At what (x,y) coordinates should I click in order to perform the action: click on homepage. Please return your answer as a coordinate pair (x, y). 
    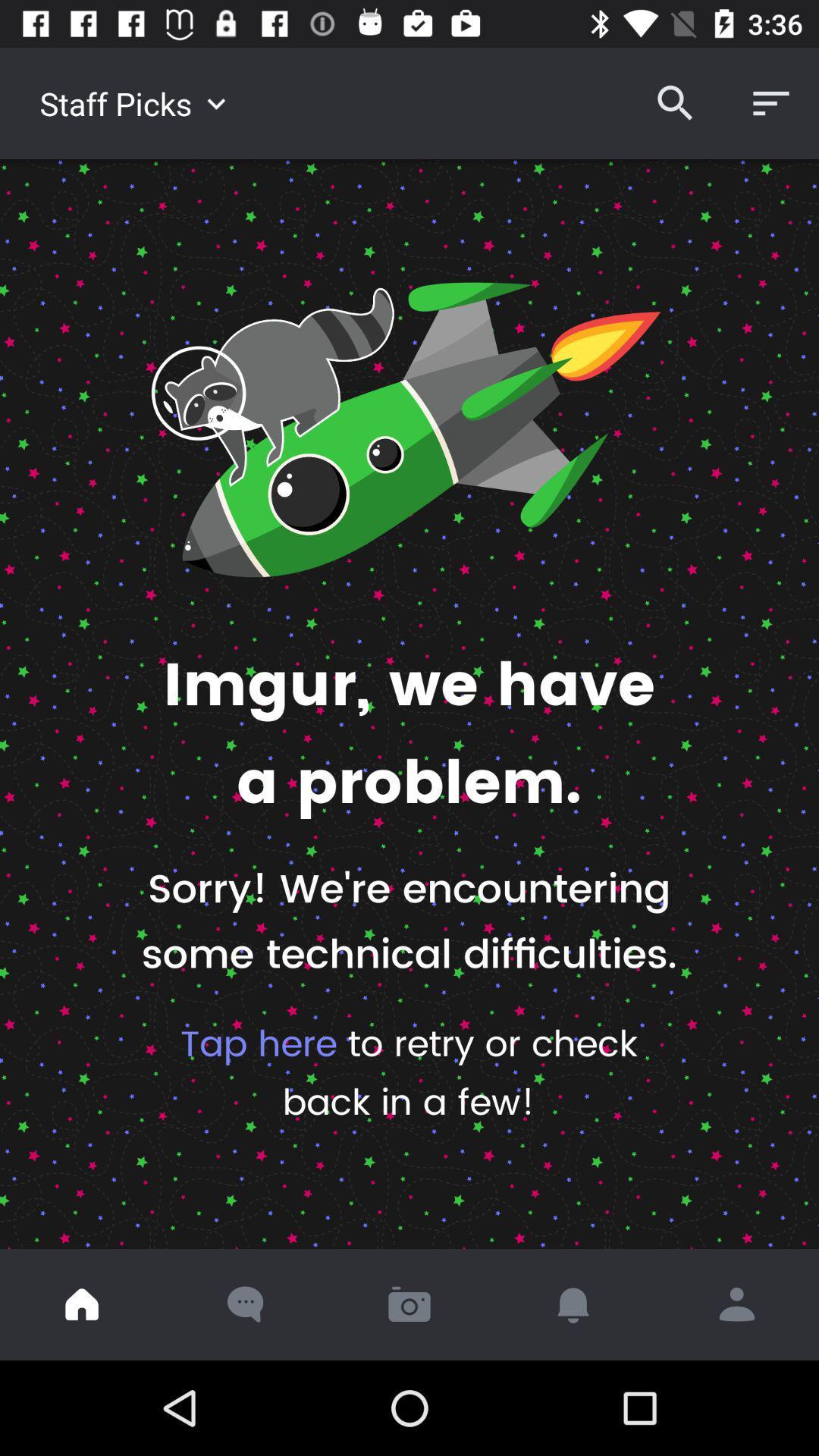
    Looking at the image, I should click on (82, 1304).